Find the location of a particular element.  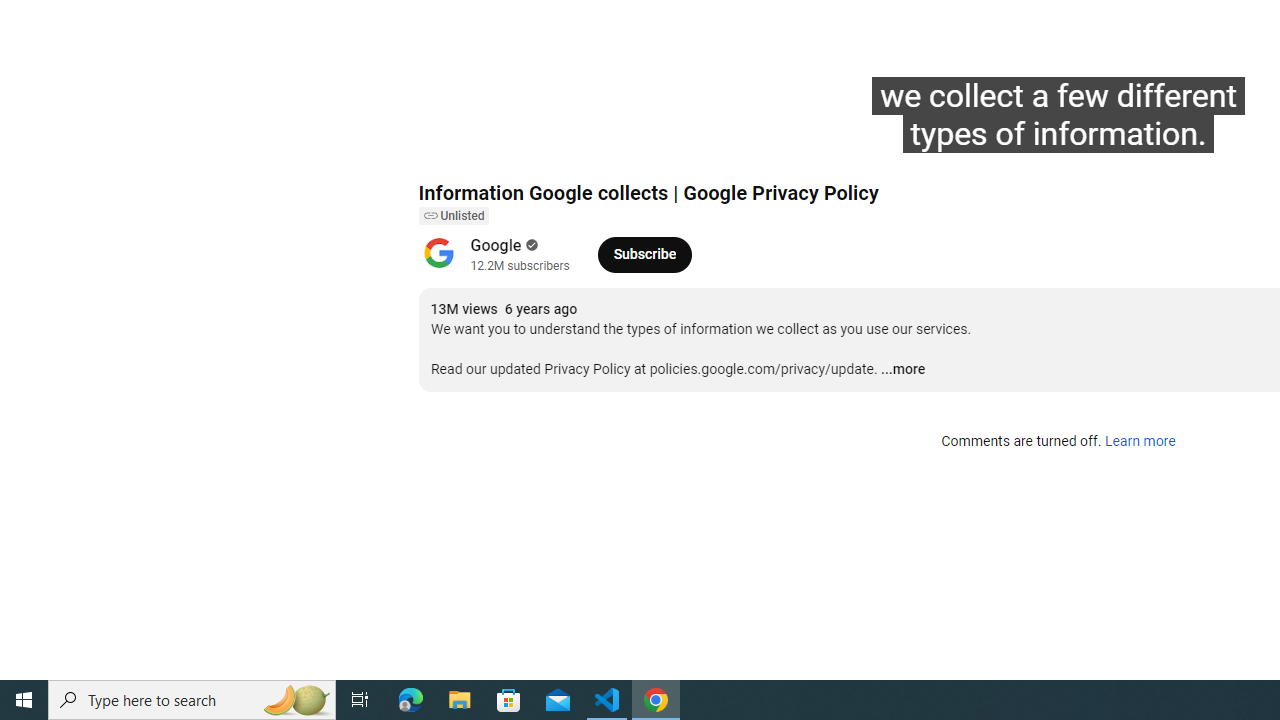

'...more' is located at coordinates (902, 370).